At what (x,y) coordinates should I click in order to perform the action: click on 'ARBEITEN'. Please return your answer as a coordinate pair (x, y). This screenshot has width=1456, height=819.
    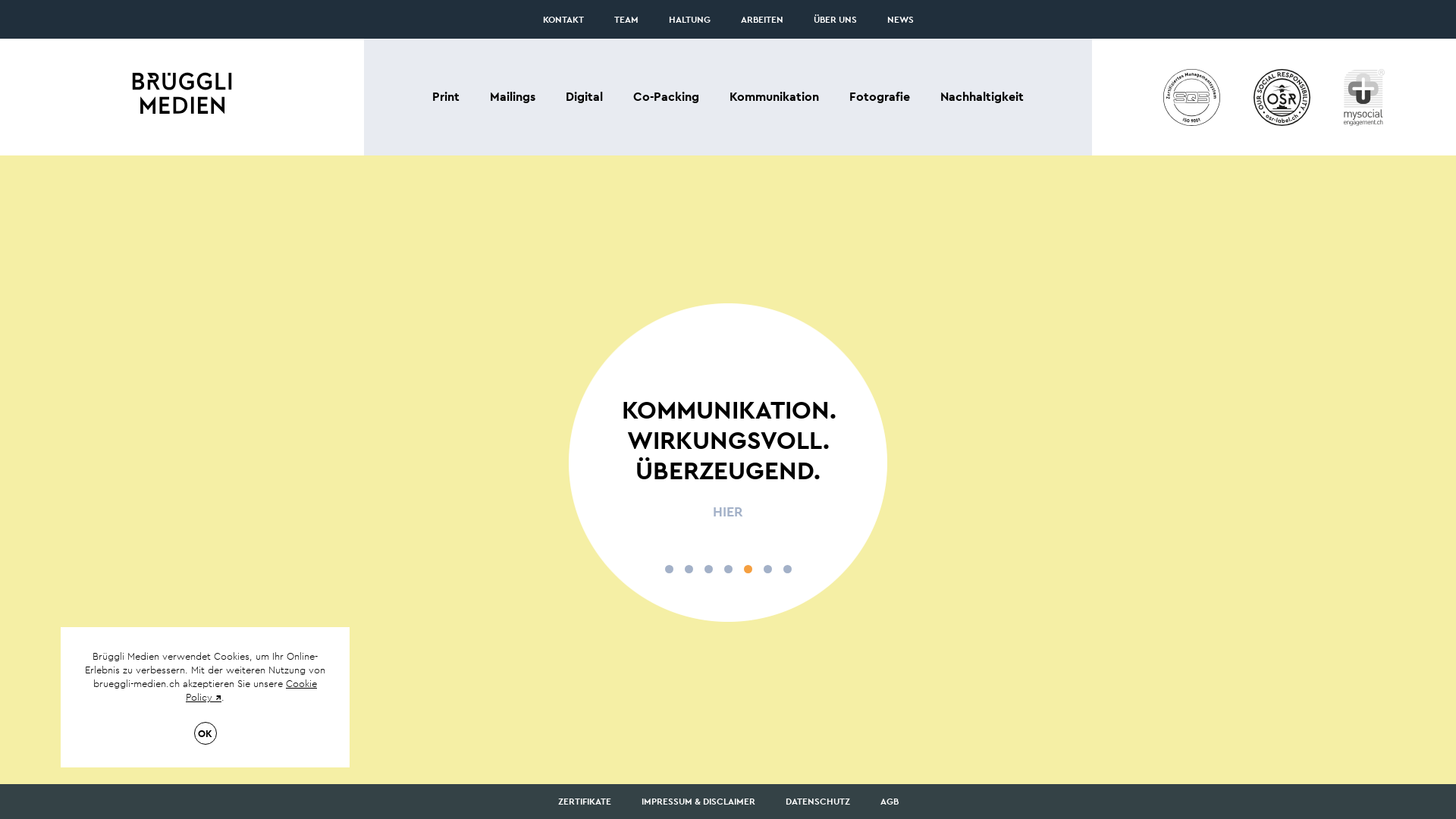
    Looking at the image, I should click on (761, 20).